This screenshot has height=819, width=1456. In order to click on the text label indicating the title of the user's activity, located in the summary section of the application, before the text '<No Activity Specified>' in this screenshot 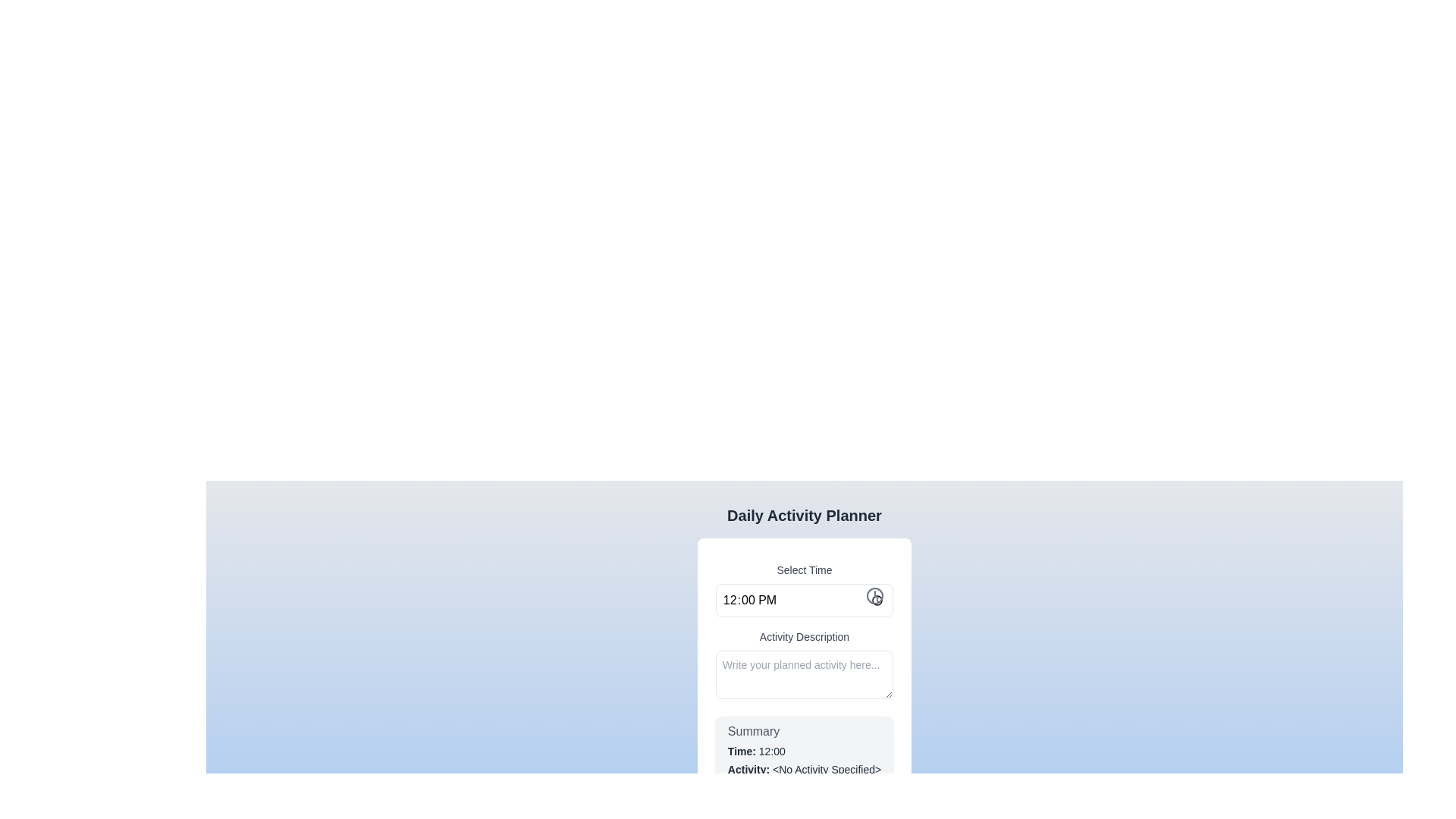, I will do `click(750, 769)`.